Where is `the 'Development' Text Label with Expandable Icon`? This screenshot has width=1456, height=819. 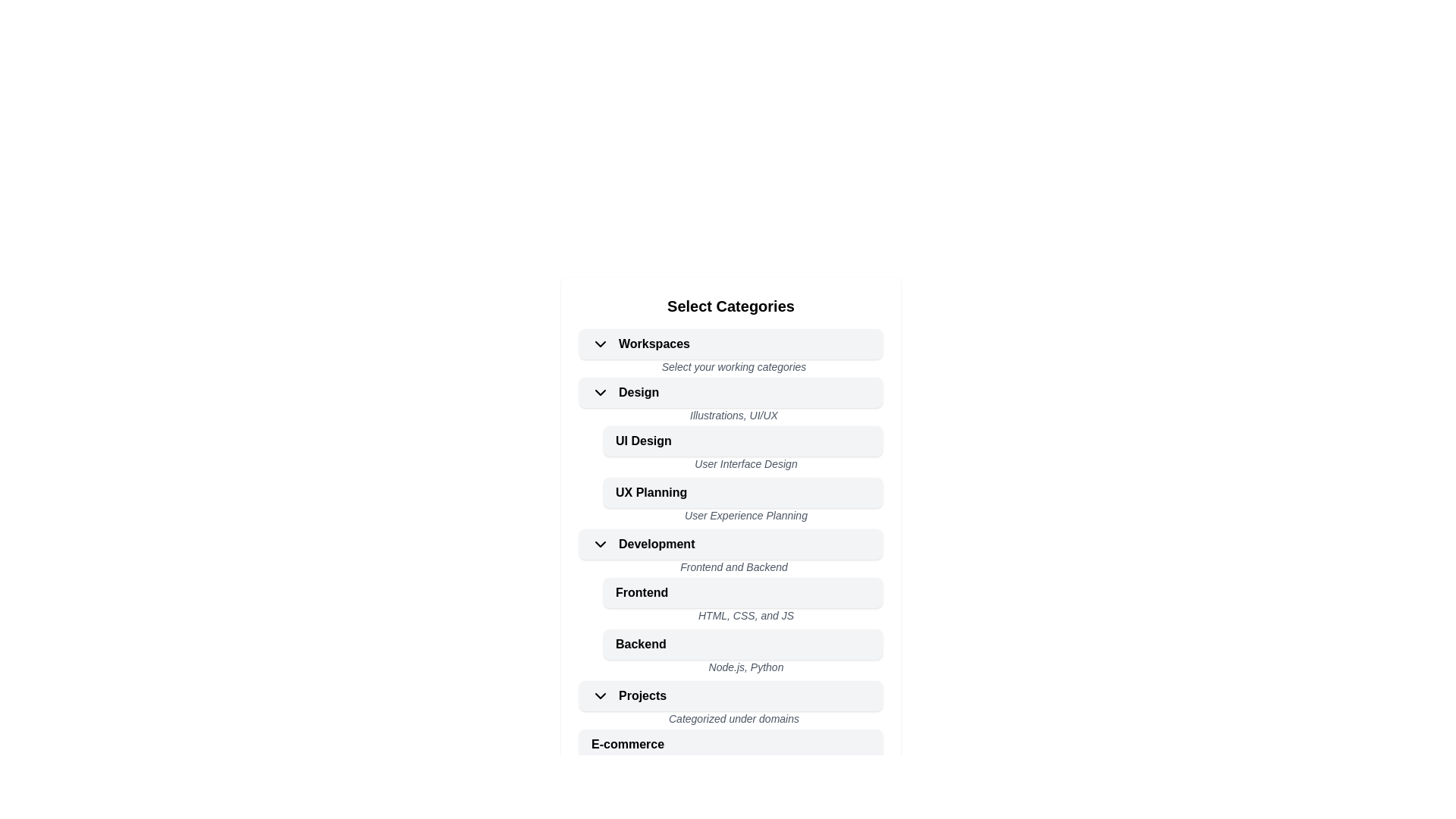
the 'Development' Text Label with Expandable Icon is located at coordinates (643, 543).